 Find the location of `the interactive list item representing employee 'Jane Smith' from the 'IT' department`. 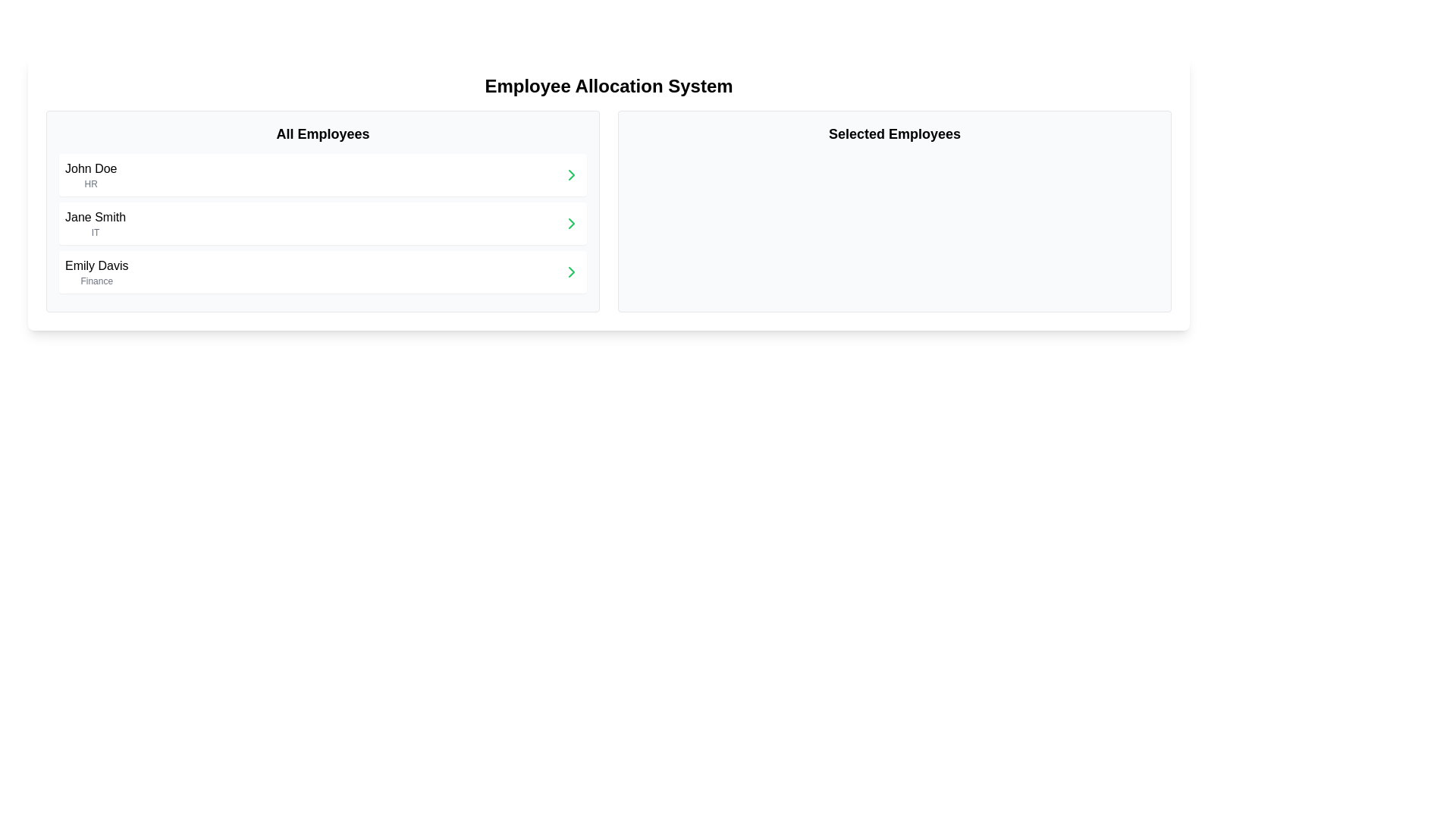

the interactive list item representing employee 'Jane Smith' from the 'IT' department is located at coordinates (322, 223).